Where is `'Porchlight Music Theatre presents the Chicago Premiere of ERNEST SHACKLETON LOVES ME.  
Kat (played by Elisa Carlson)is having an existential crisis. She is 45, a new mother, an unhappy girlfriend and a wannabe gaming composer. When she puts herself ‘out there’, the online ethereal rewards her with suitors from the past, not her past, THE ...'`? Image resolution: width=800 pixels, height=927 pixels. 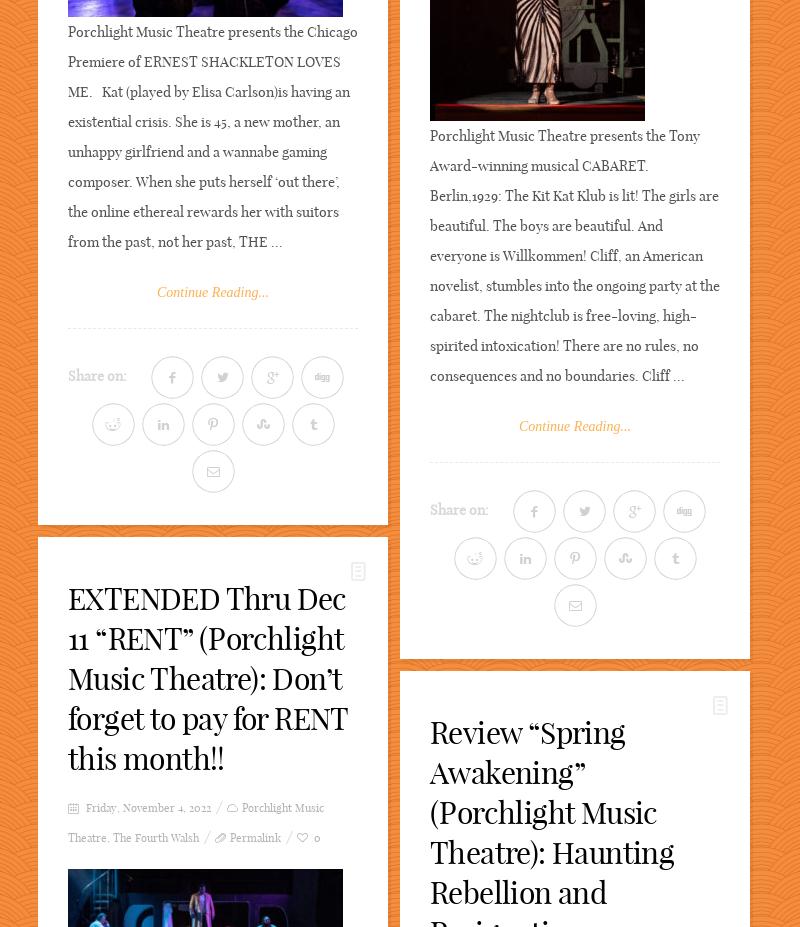 'Porchlight Music Theatre presents the Chicago Premiere of ERNEST SHACKLETON LOVES ME.  
Kat (played by Elisa Carlson)is having an existential crisis. She is 45, a new mother, an unhappy girlfriend and a wannabe gaming composer. When she puts herself ‘out there’, the online ethereal rewards her with suitors from the past, not her past, THE ...' is located at coordinates (212, 136).